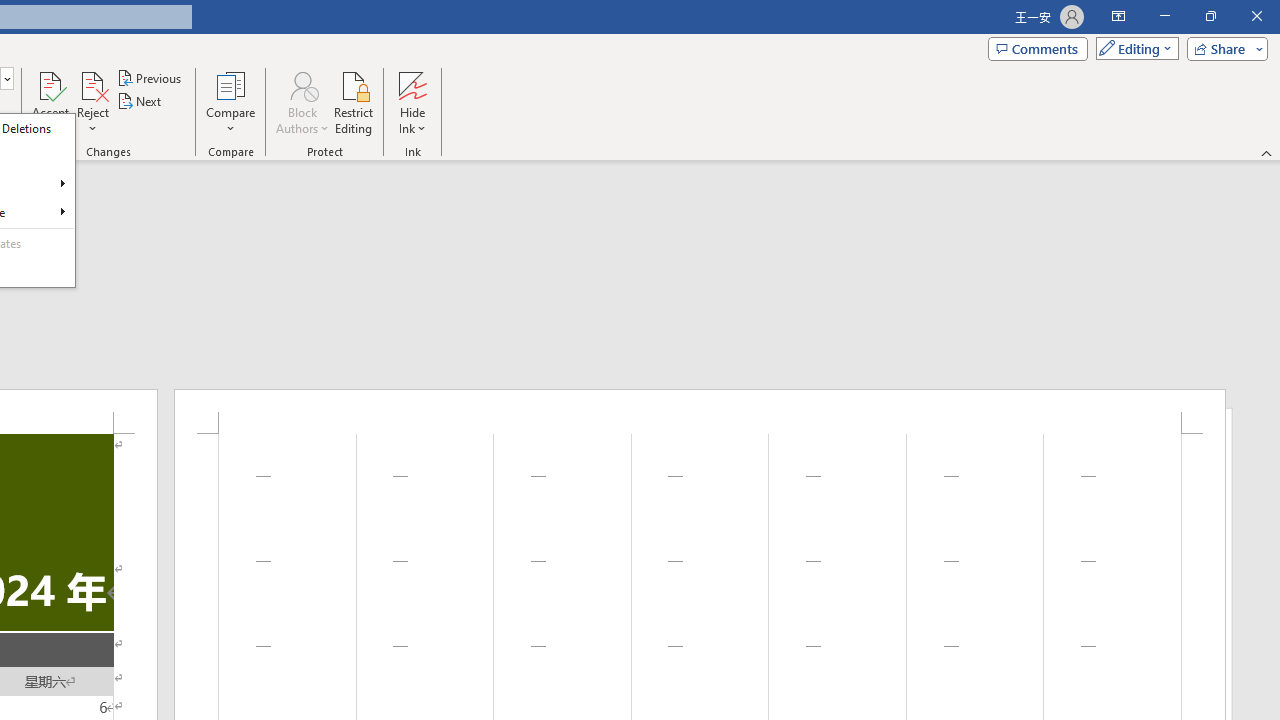 The height and width of the screenshot is (720, 1280). I want to click on 'Accept and Move to Next', so click(50, 84).